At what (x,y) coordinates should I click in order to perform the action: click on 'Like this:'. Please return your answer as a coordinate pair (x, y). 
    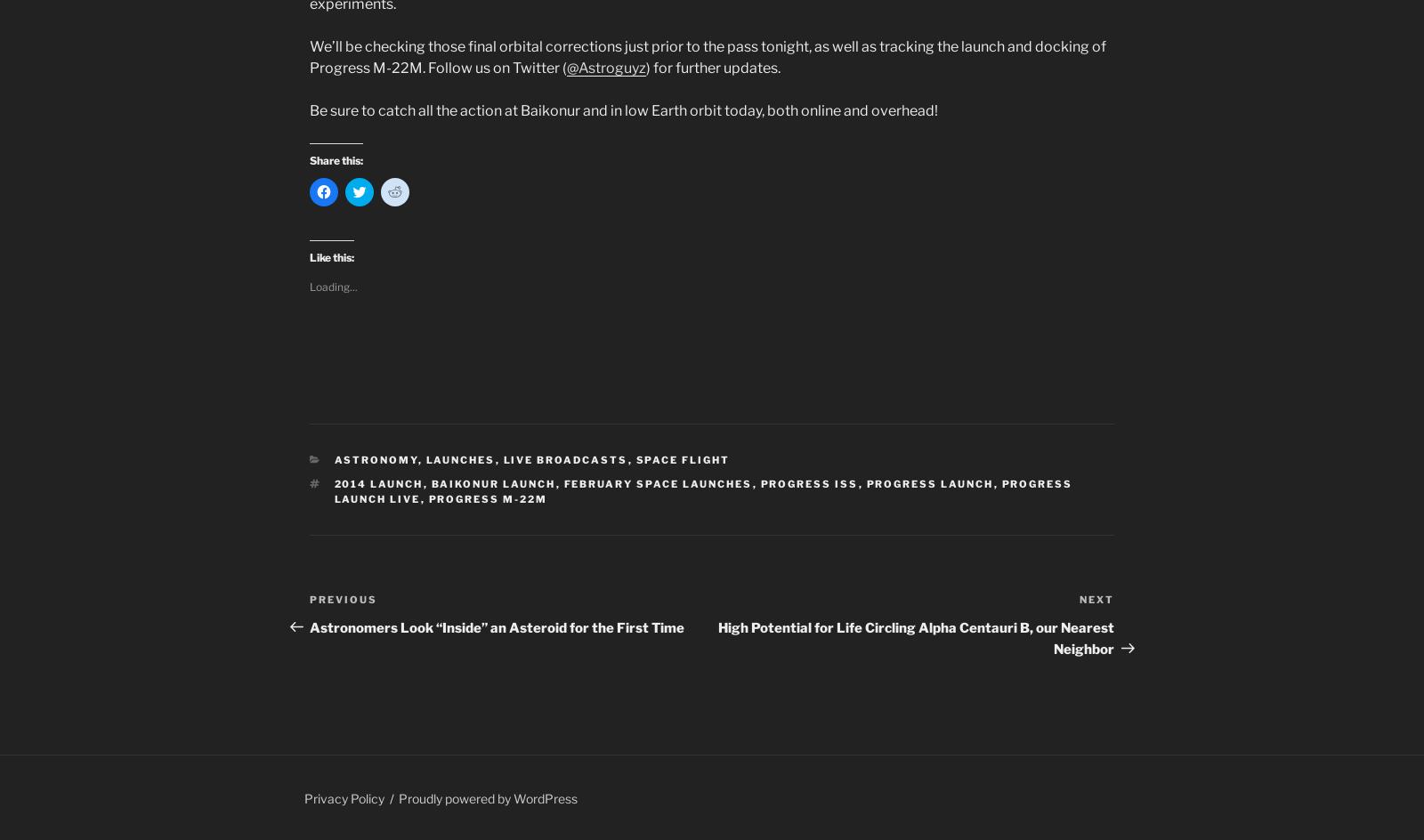
    Looking at the image, I should click on (331, 257).